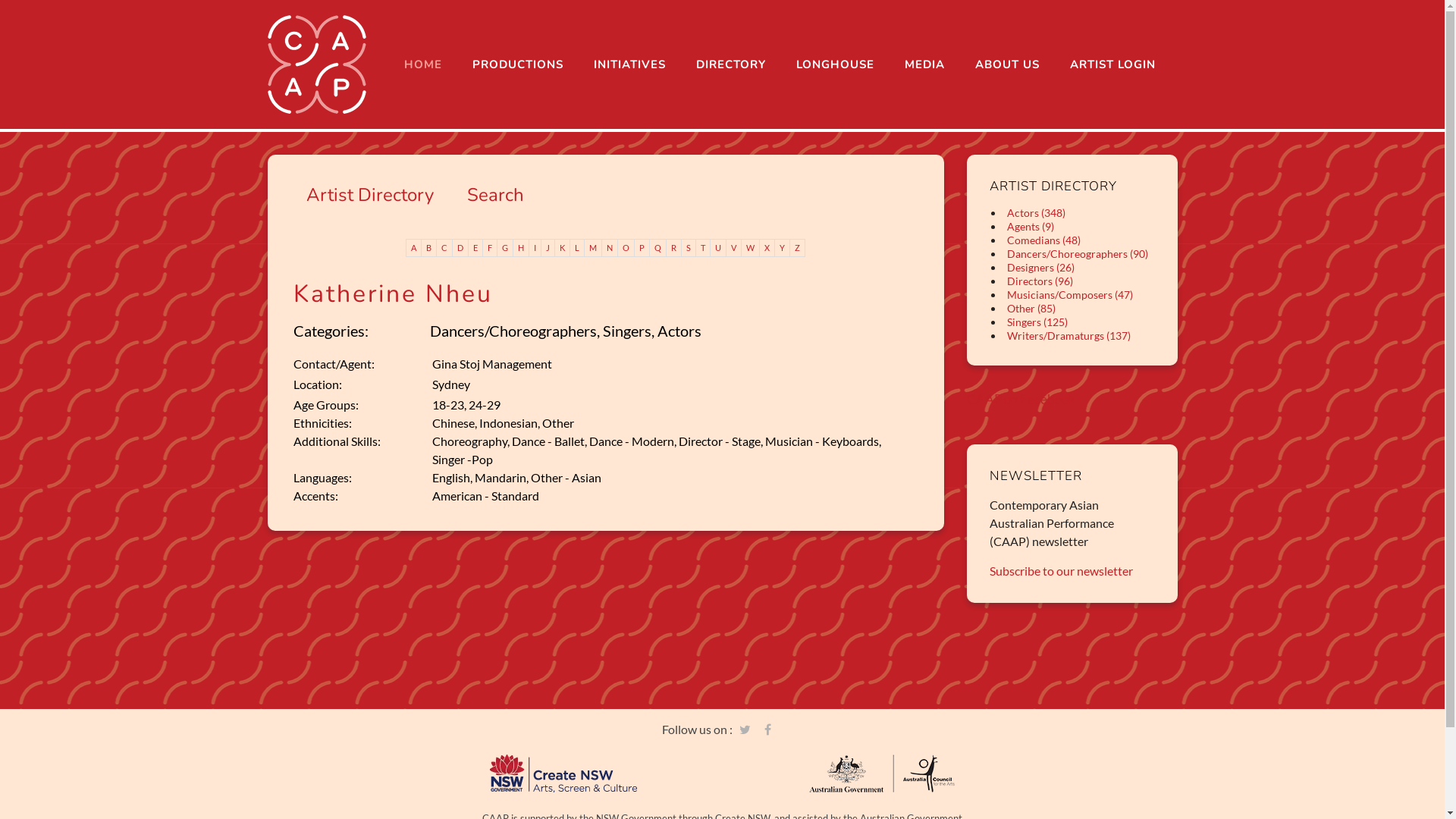 This screenshot has height=819, width=1456. Describe the element at coordinates (1112, 63) in the screenshot. I see `'ARTIST LOGIN'` at that location.